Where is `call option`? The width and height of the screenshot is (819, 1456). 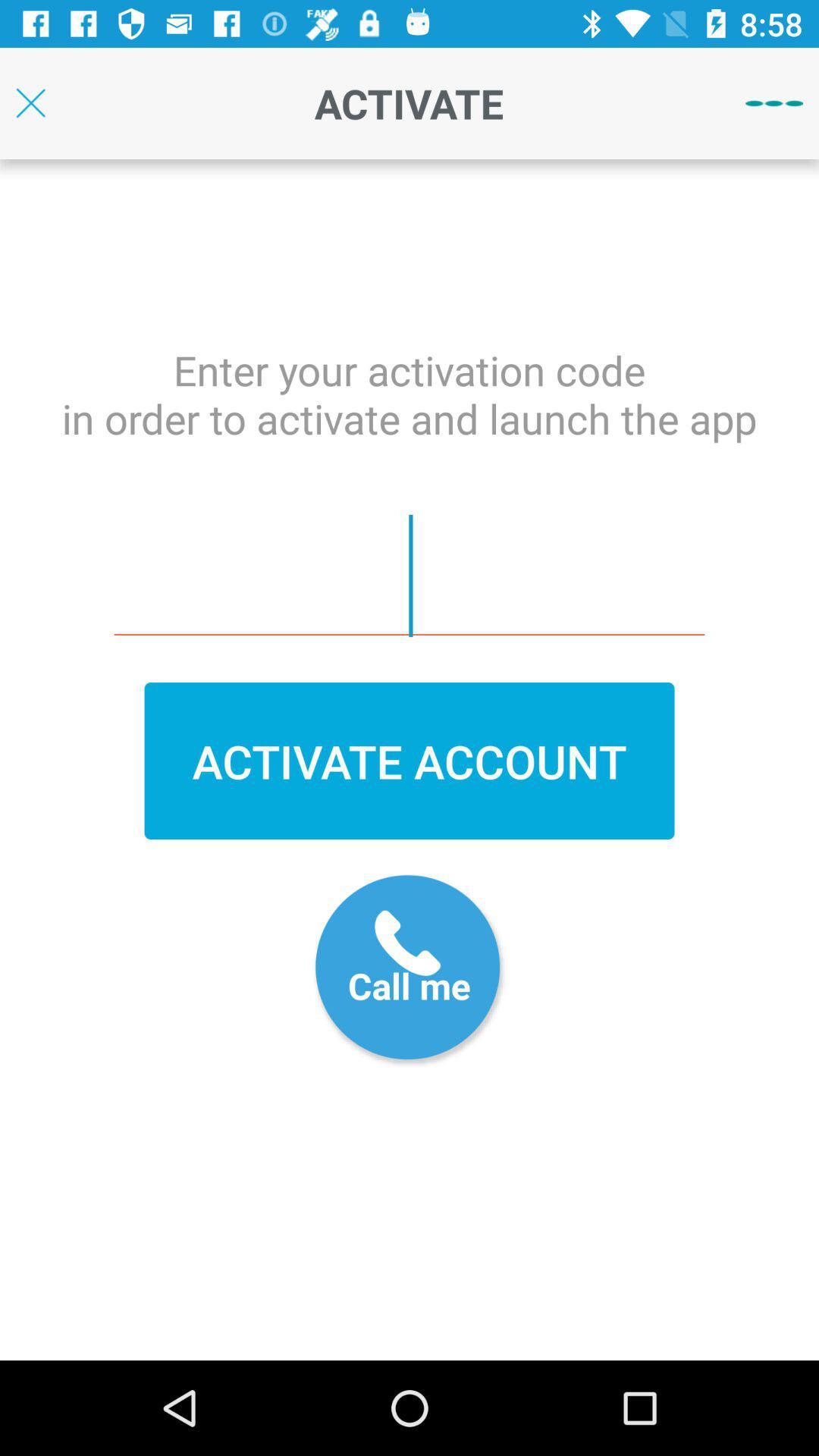
call option is located at coordinates (409, 971).